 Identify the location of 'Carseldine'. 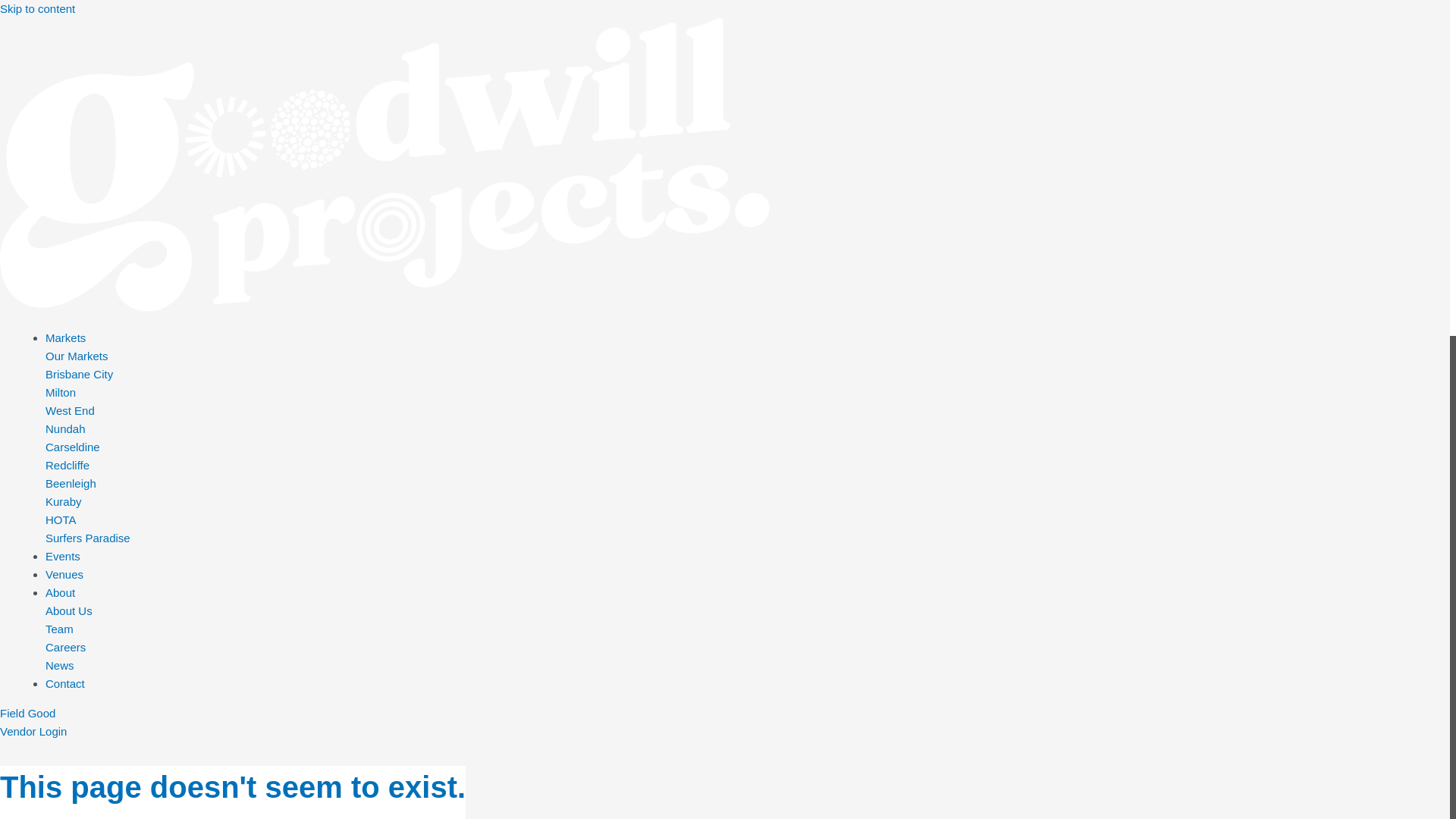
(72, 446).